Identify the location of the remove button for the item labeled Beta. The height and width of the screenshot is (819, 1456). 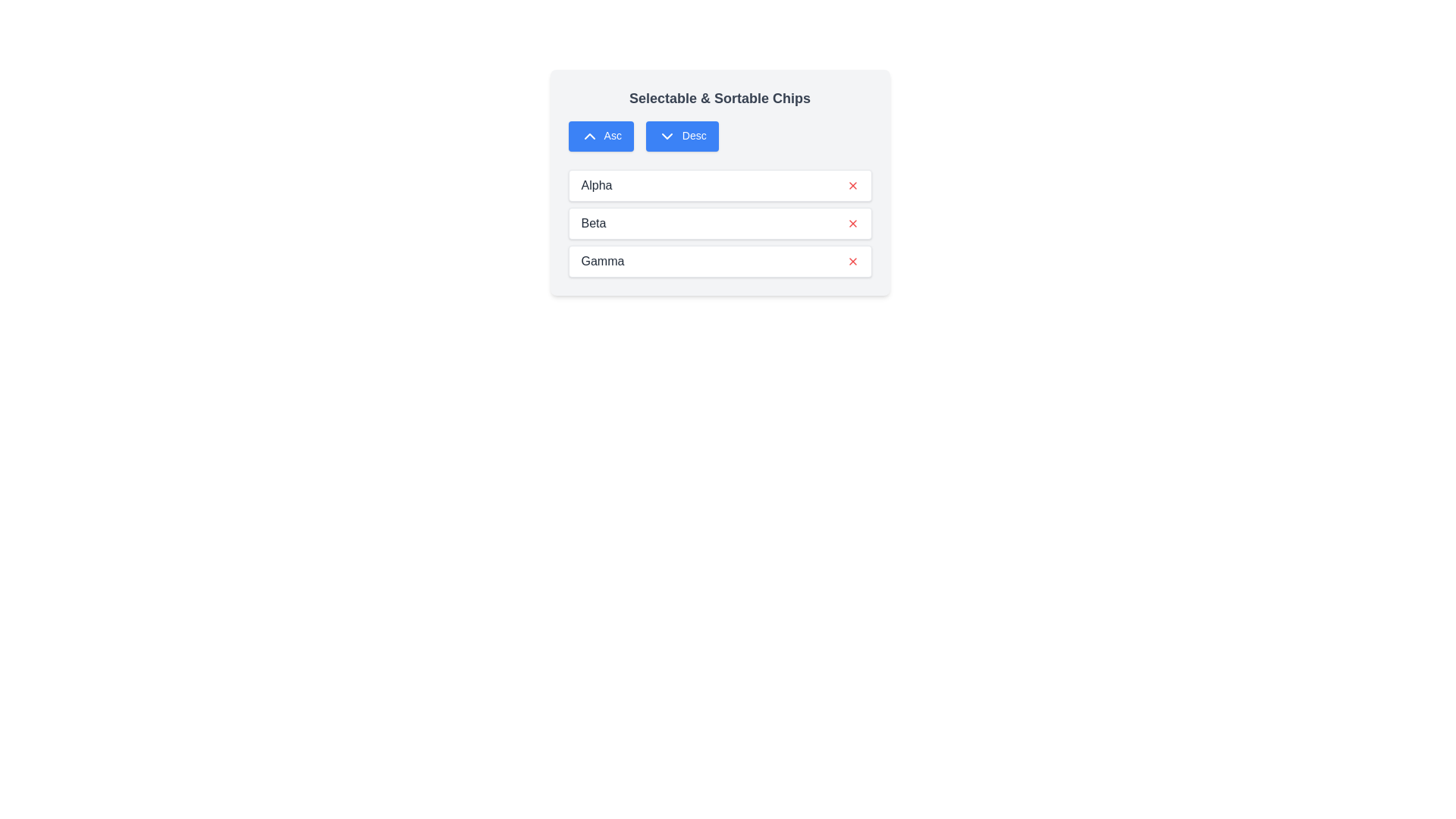
(852, 223).